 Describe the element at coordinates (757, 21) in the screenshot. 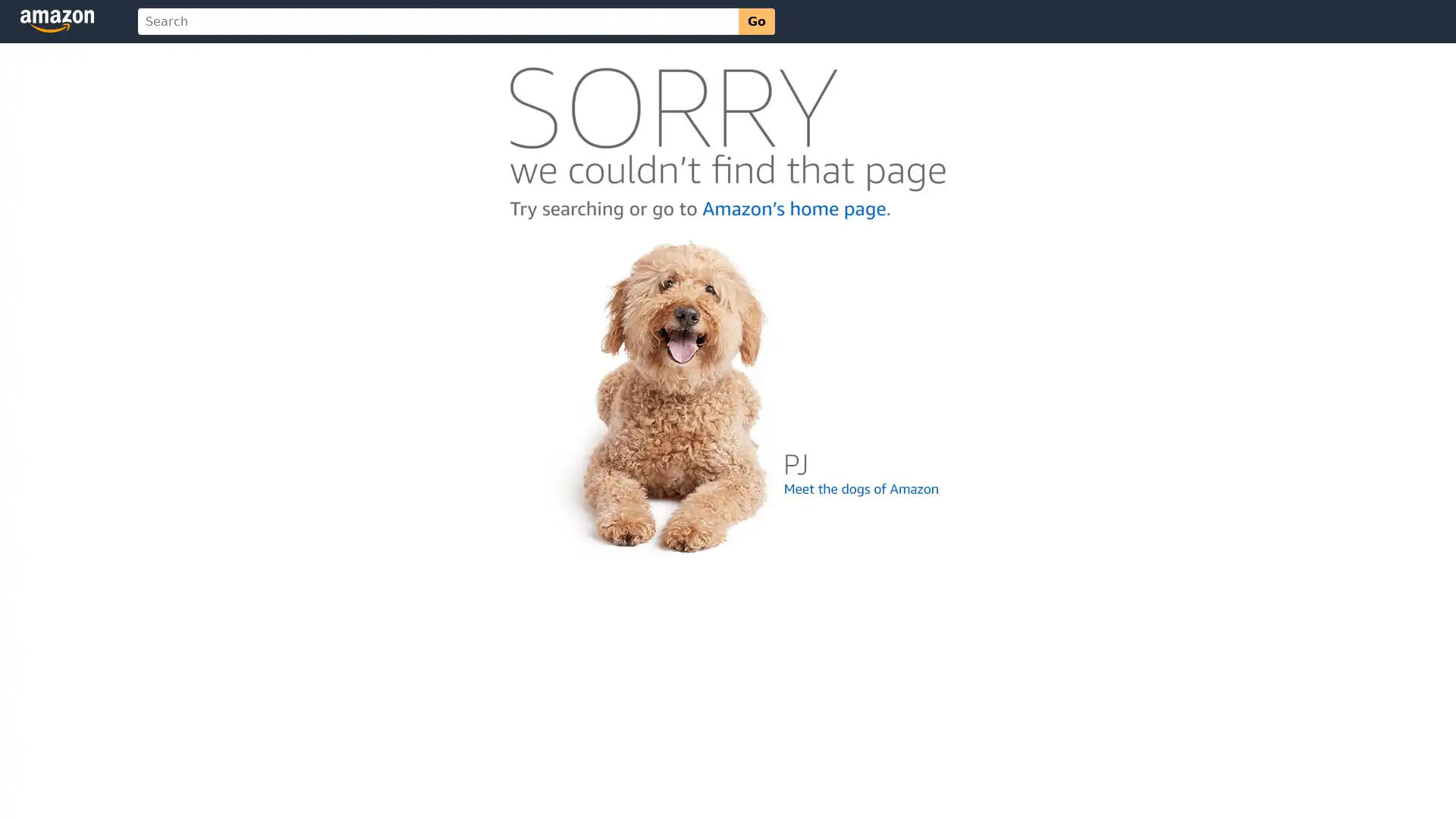

I see `Go` at that location.